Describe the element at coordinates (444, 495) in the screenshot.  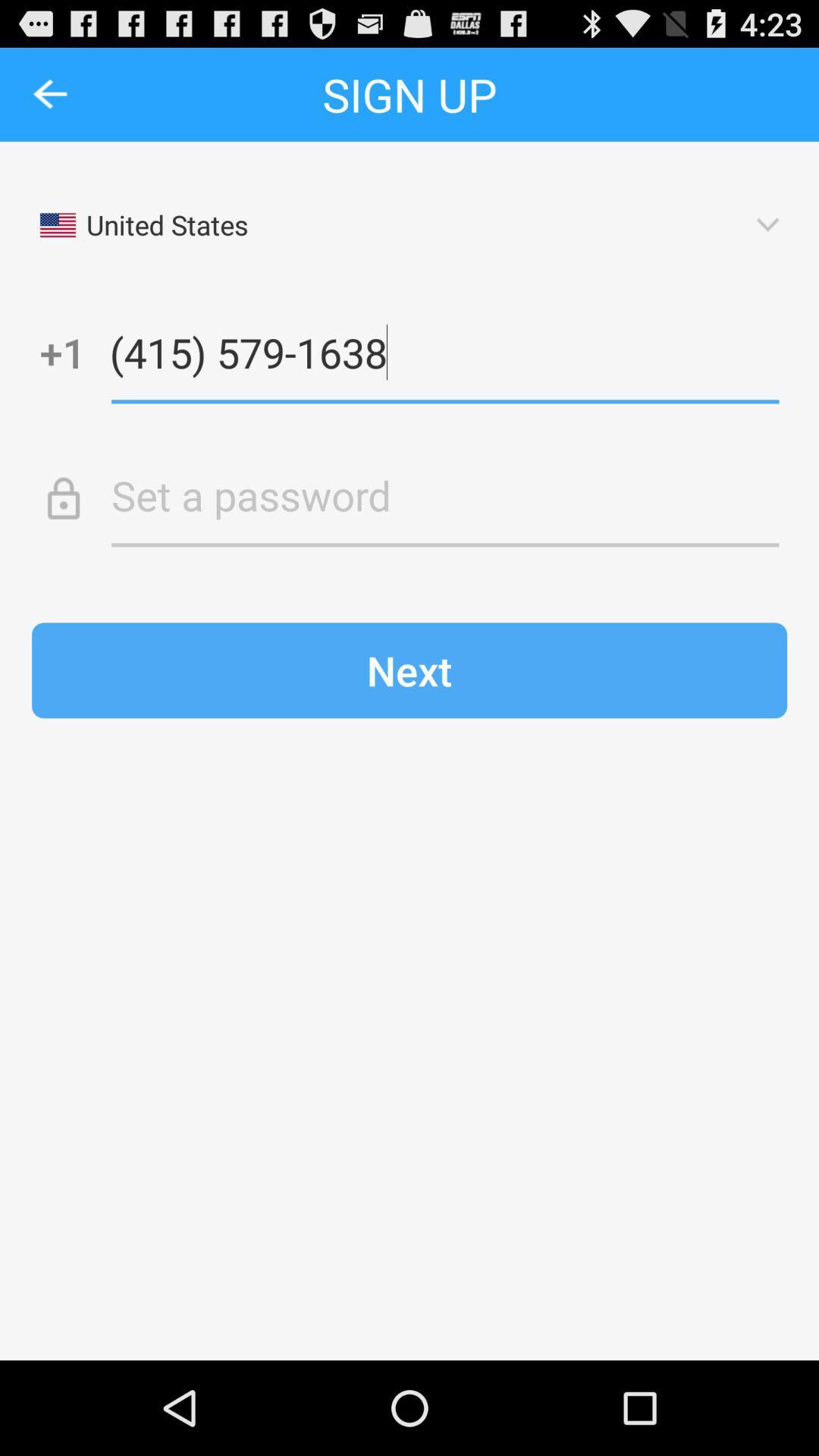
I see `set a password` at that location.